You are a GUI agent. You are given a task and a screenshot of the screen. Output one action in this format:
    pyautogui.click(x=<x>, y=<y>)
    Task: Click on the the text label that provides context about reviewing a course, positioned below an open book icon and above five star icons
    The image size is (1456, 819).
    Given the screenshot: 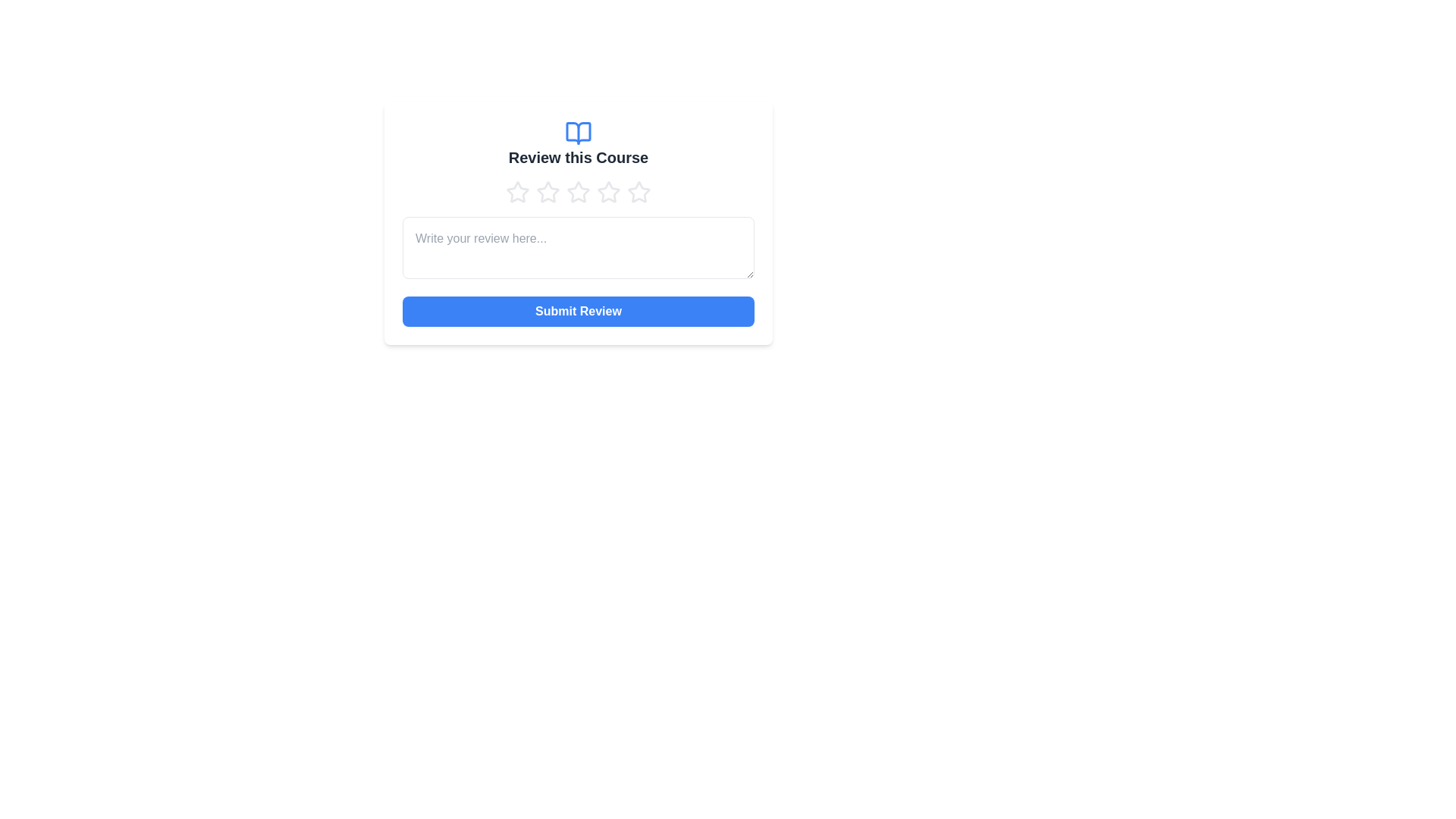 What is the action you would take?
    pyautogui.click(x=578, y=158)
    